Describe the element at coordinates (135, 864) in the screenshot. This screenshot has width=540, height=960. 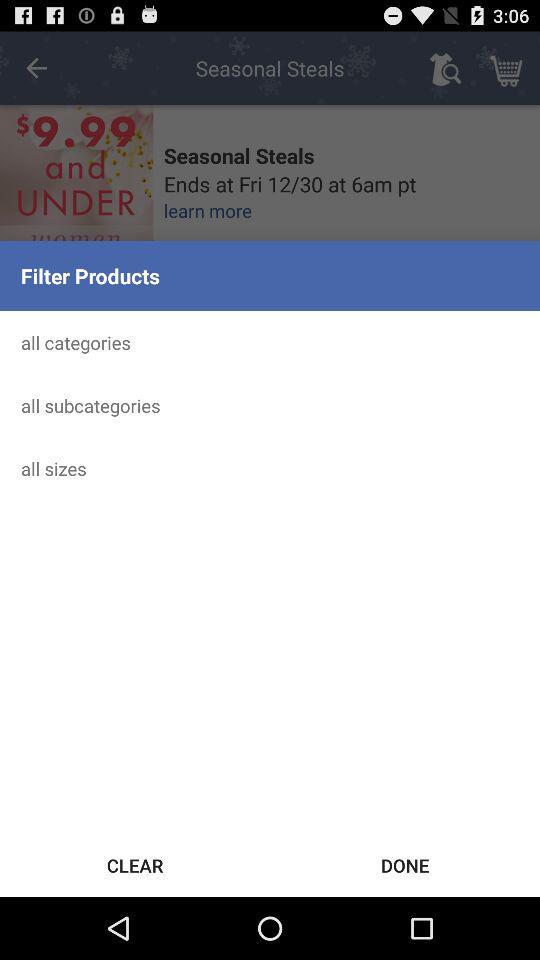
I see `the icon to the left of the done item` at that location.